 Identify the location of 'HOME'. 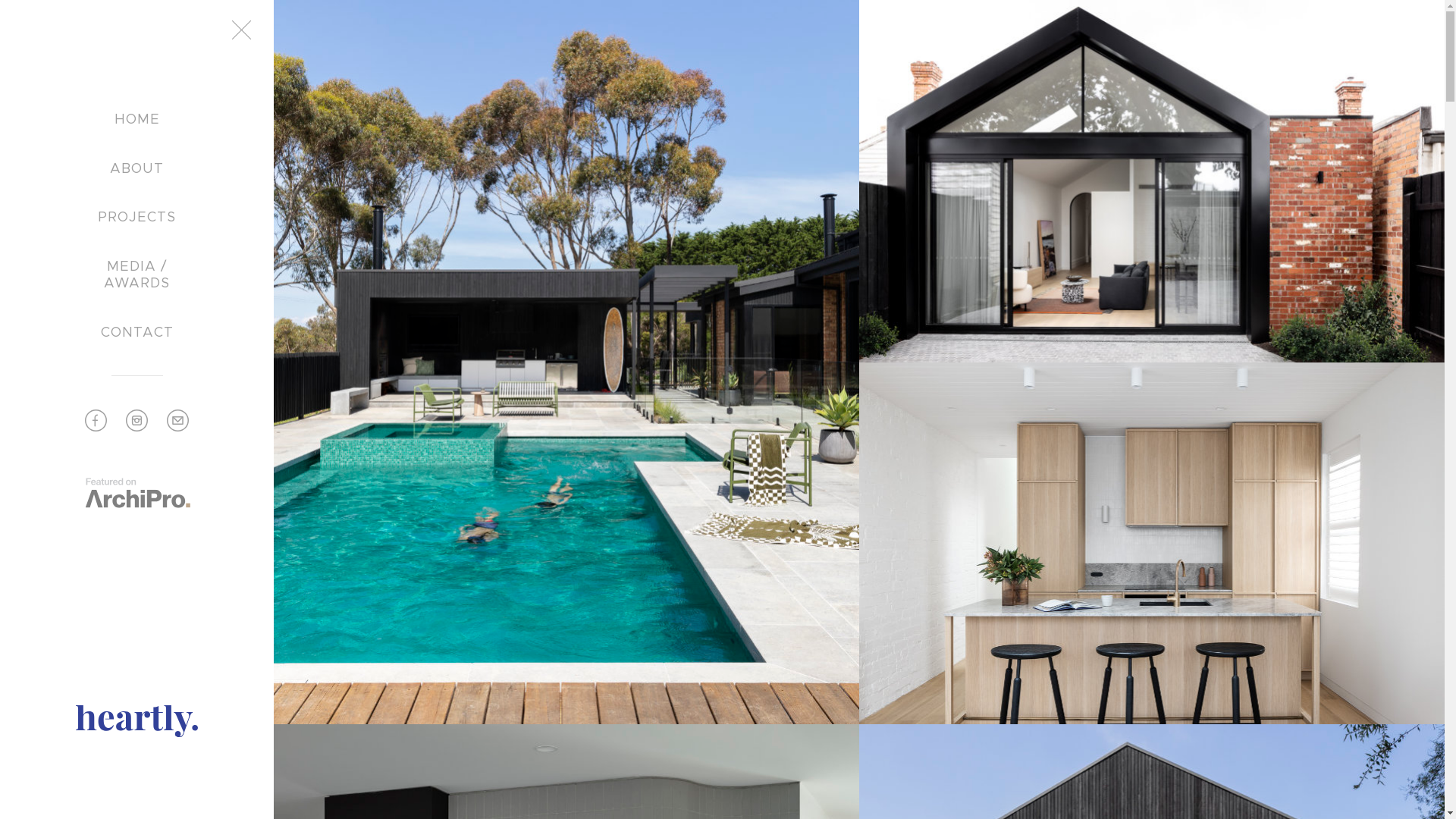
(136, 119).